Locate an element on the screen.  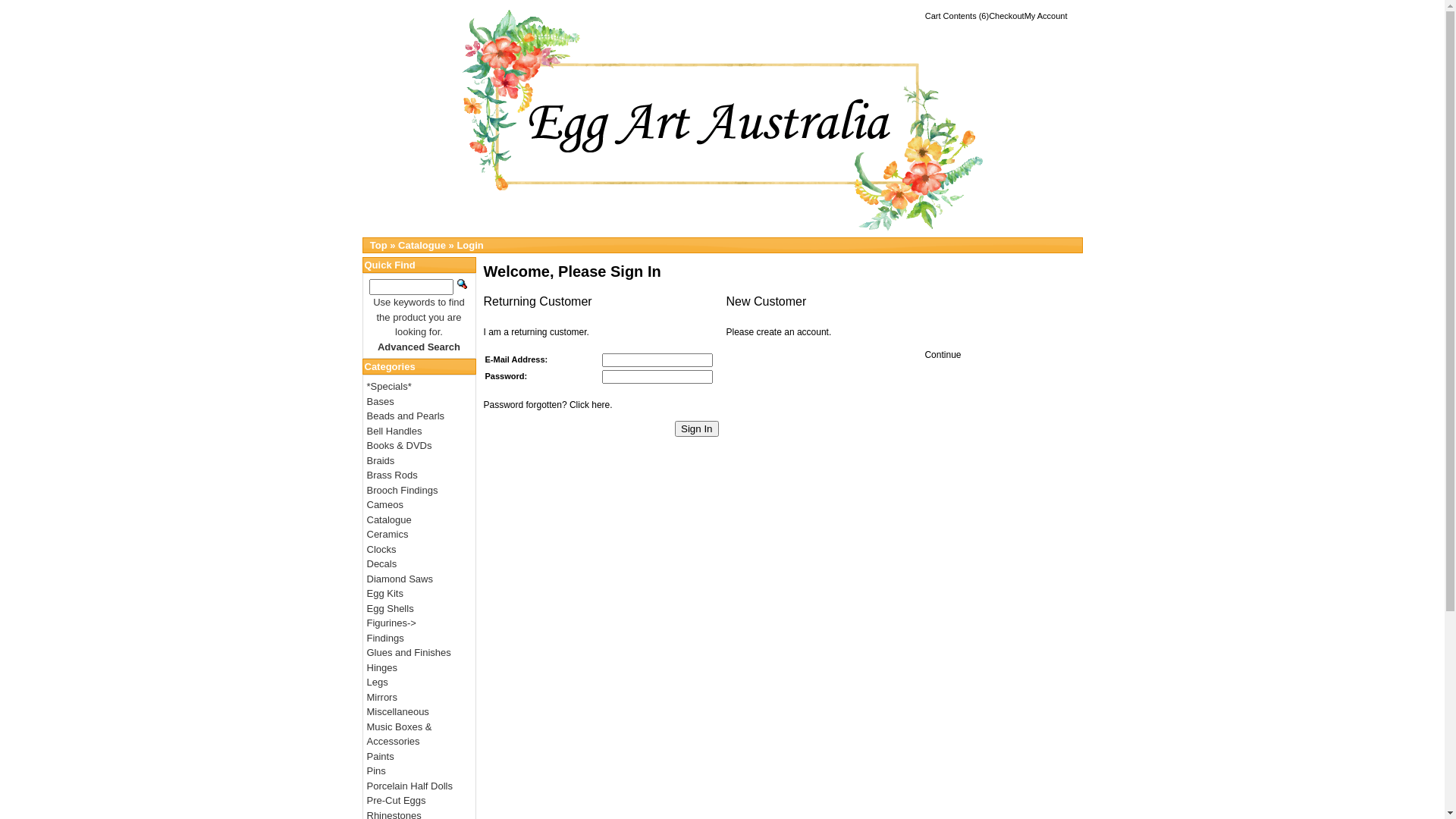
'Advanced Search' is located at coordinates (419, 347).